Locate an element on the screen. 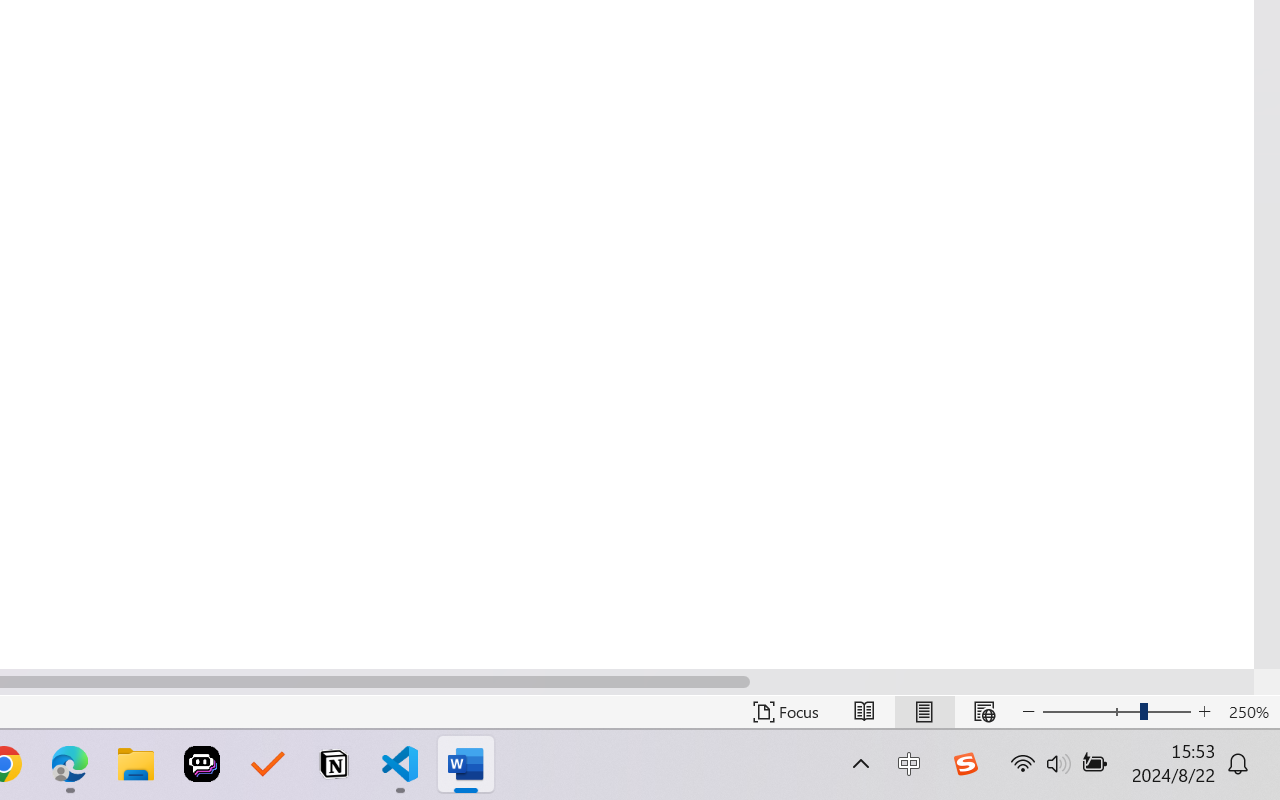 This screenshot has width=1280, height=800. 'Class: Image' is located at coordinates (965, 764).